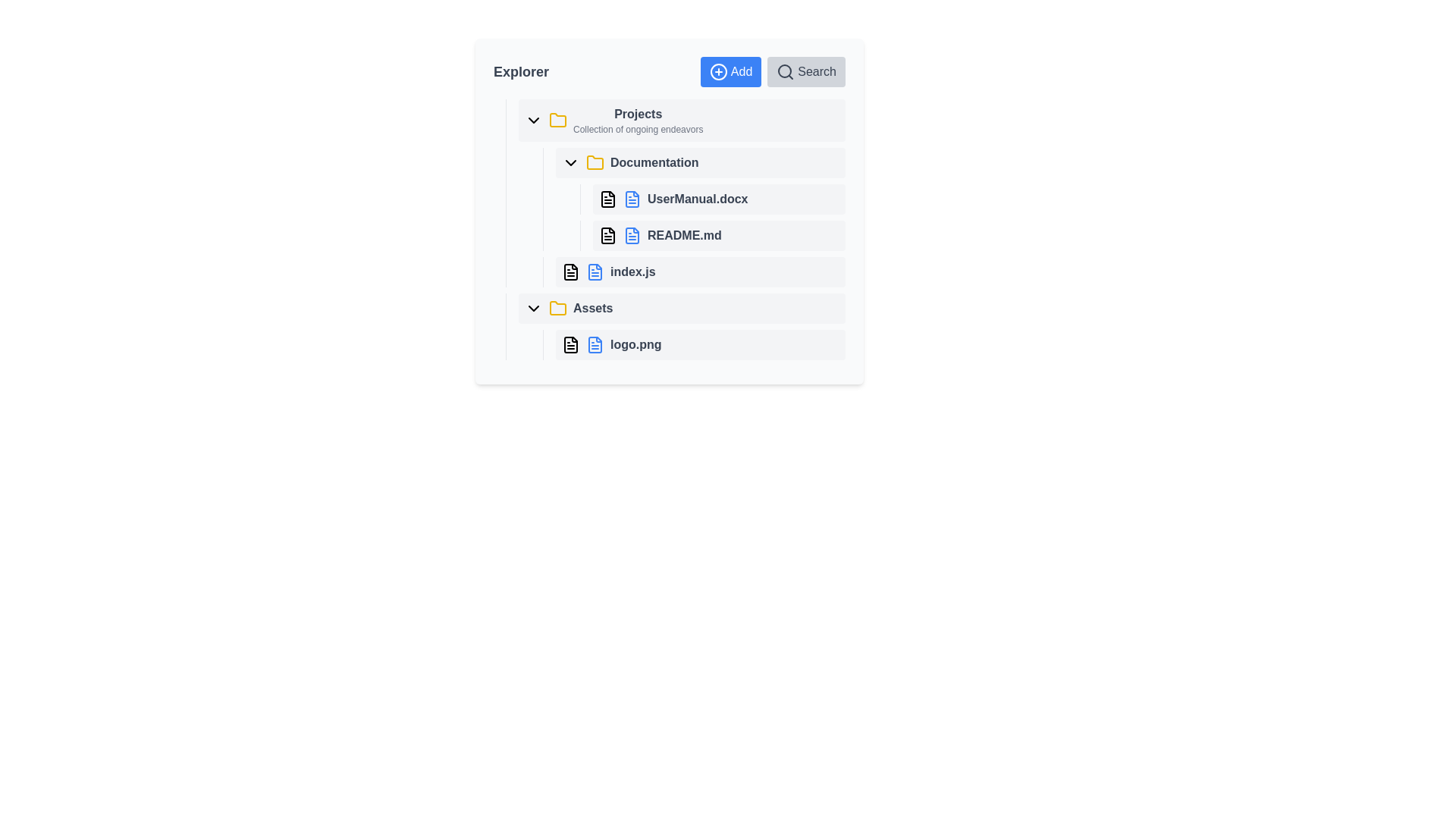 This screenshot has width=1456, height=819. I want to click on the row, so click(700, 271).